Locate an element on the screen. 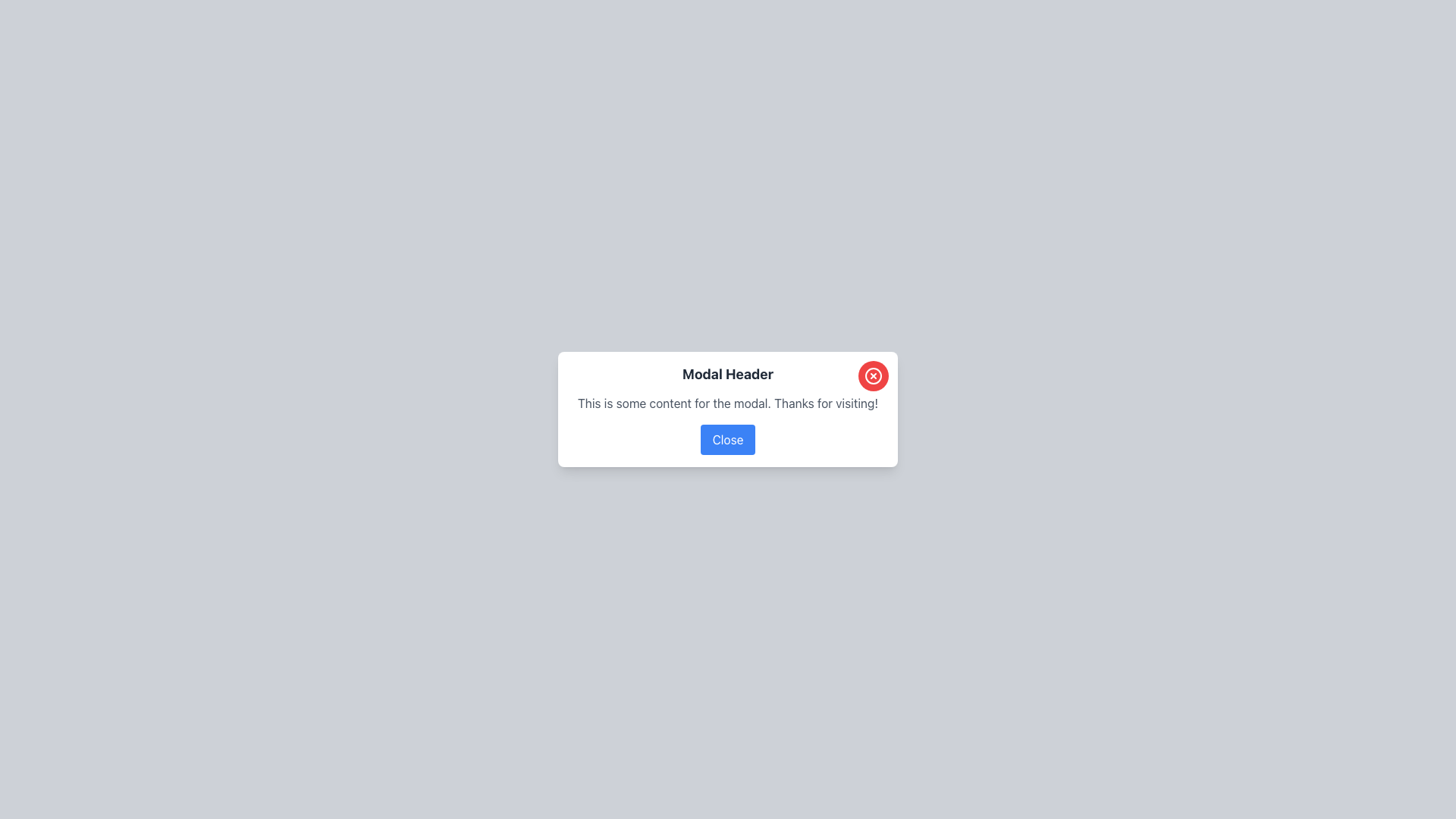 This screenshot has height=819, width=1456. the close button located at the top-right corner of the modal window with the header 'Modal Header' is located at coordinates (874, 375).